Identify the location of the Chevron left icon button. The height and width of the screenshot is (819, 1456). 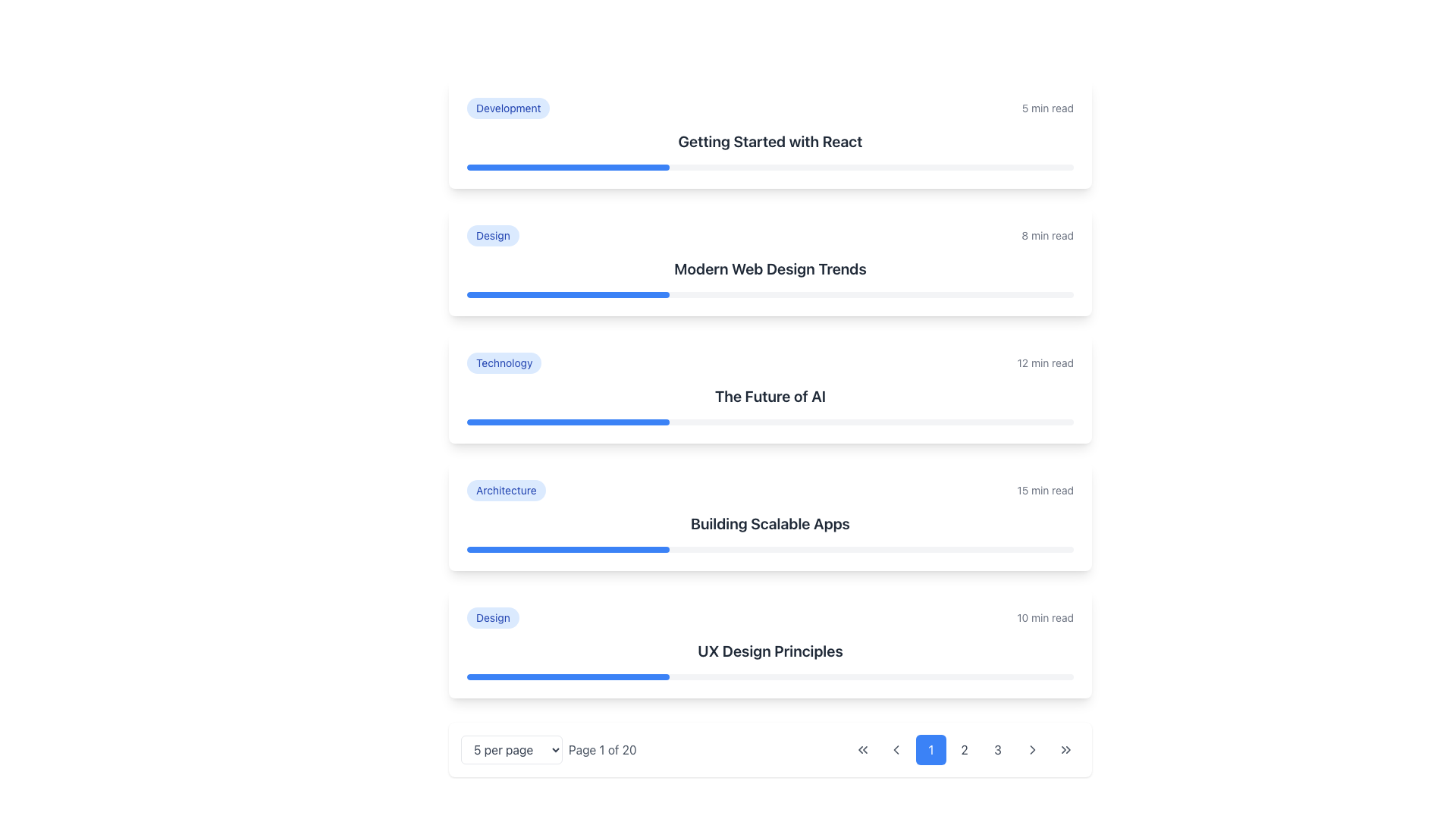
(896, 748).